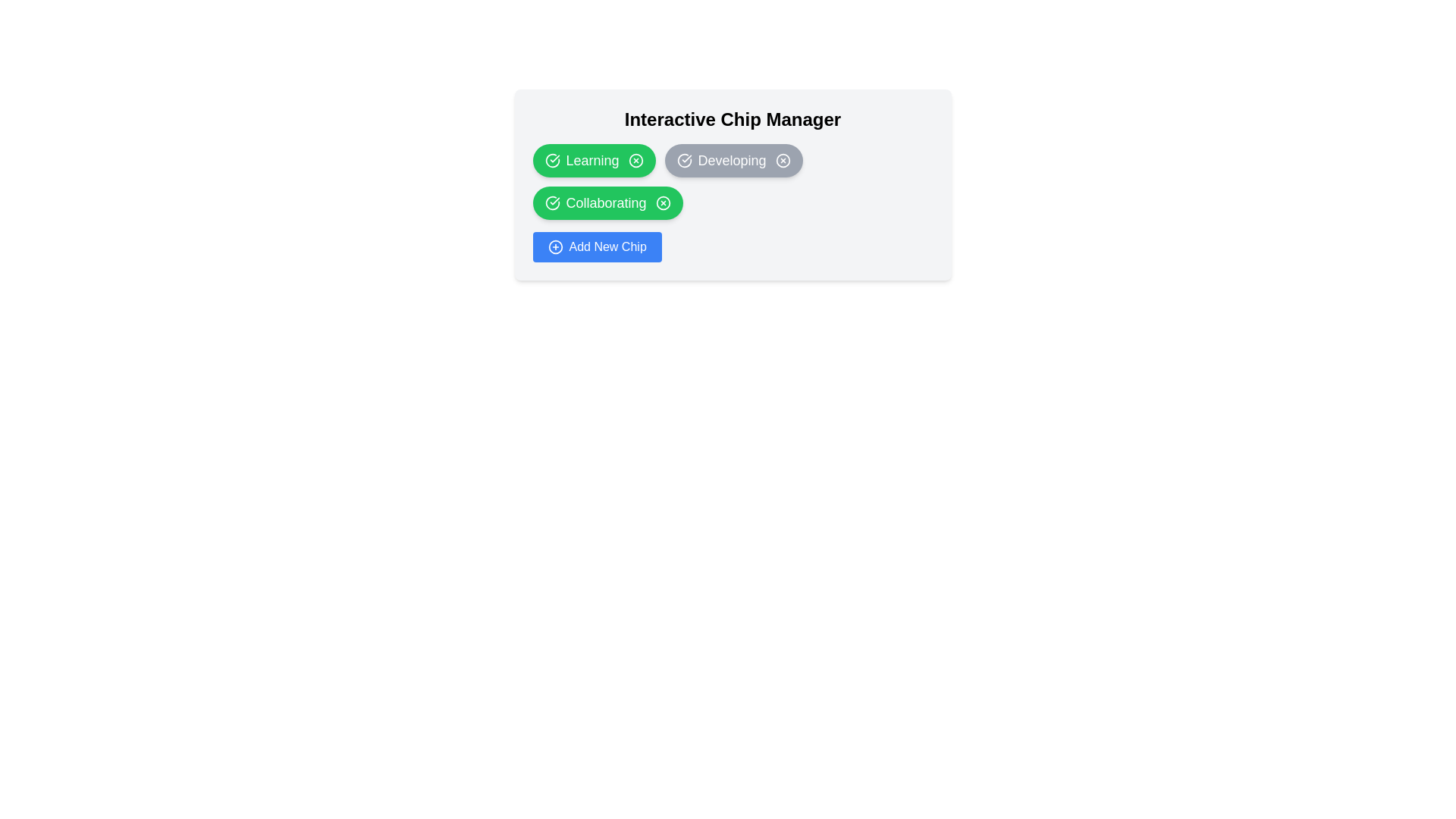  What do you see at coordinates (783, 161) in the screenshot?
I see `the close/remove icon button, which is a small circular icon with a cross inside, located to the far right of the 'Developing' button in the second column of chips` at bounding box center [783, 161].